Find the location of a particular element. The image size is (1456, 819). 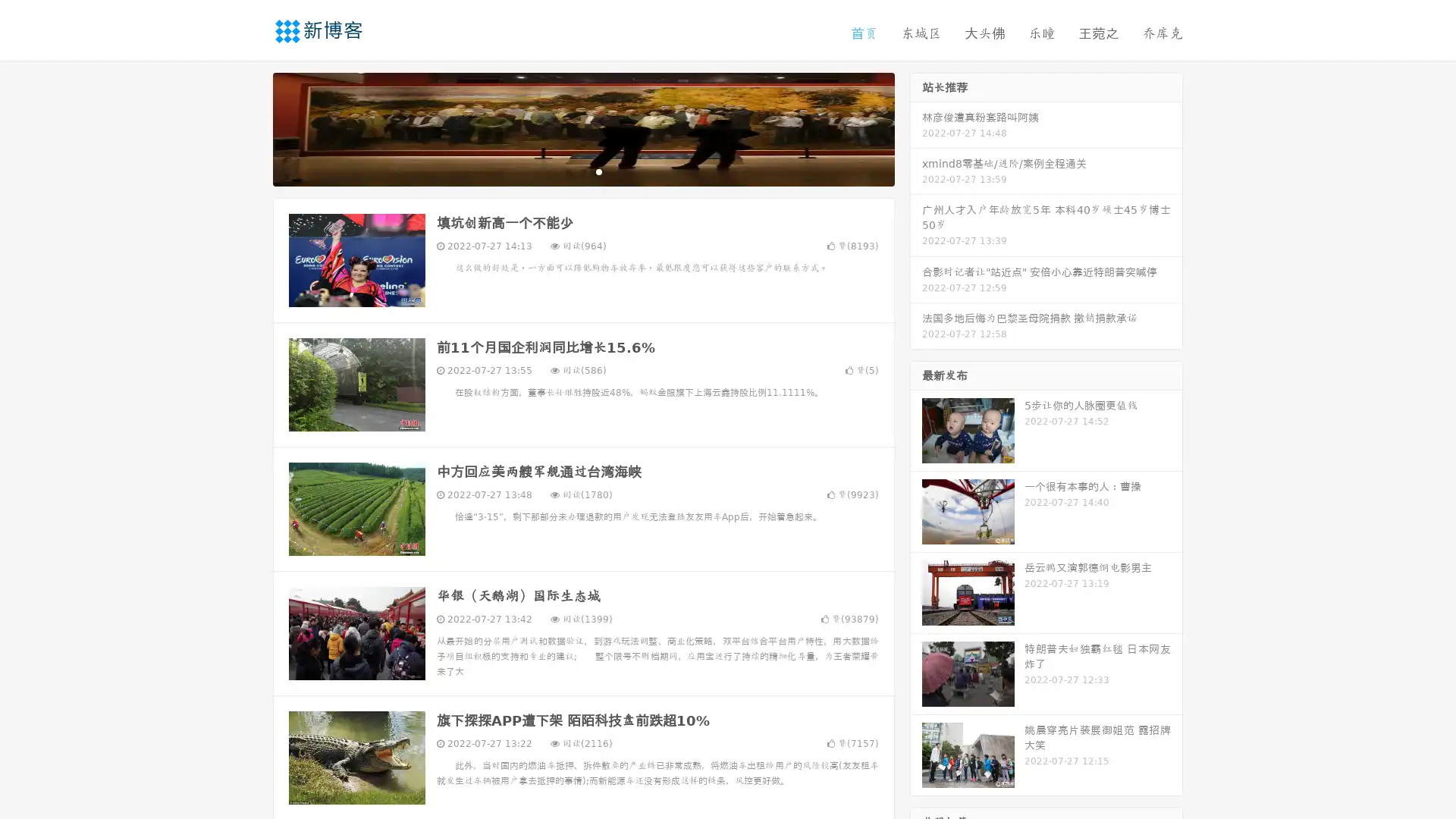

Previous slide is located at coordinates (250, 127).